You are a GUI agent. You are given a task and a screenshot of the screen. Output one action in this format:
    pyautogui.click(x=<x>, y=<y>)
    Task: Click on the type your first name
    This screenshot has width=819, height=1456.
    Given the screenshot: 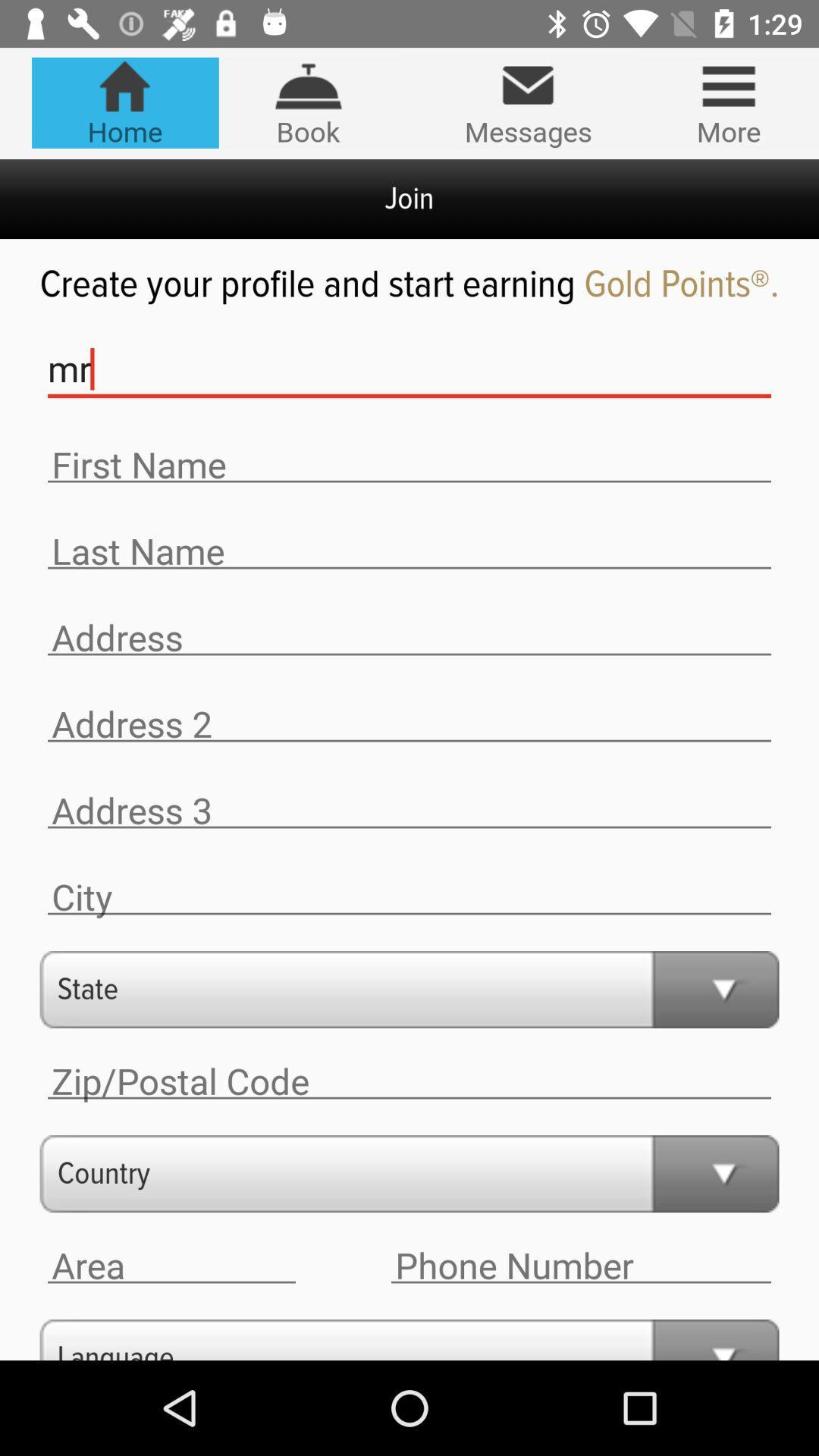 What is the action you would take?
    pyautogui.click(x=409, y=464)
    